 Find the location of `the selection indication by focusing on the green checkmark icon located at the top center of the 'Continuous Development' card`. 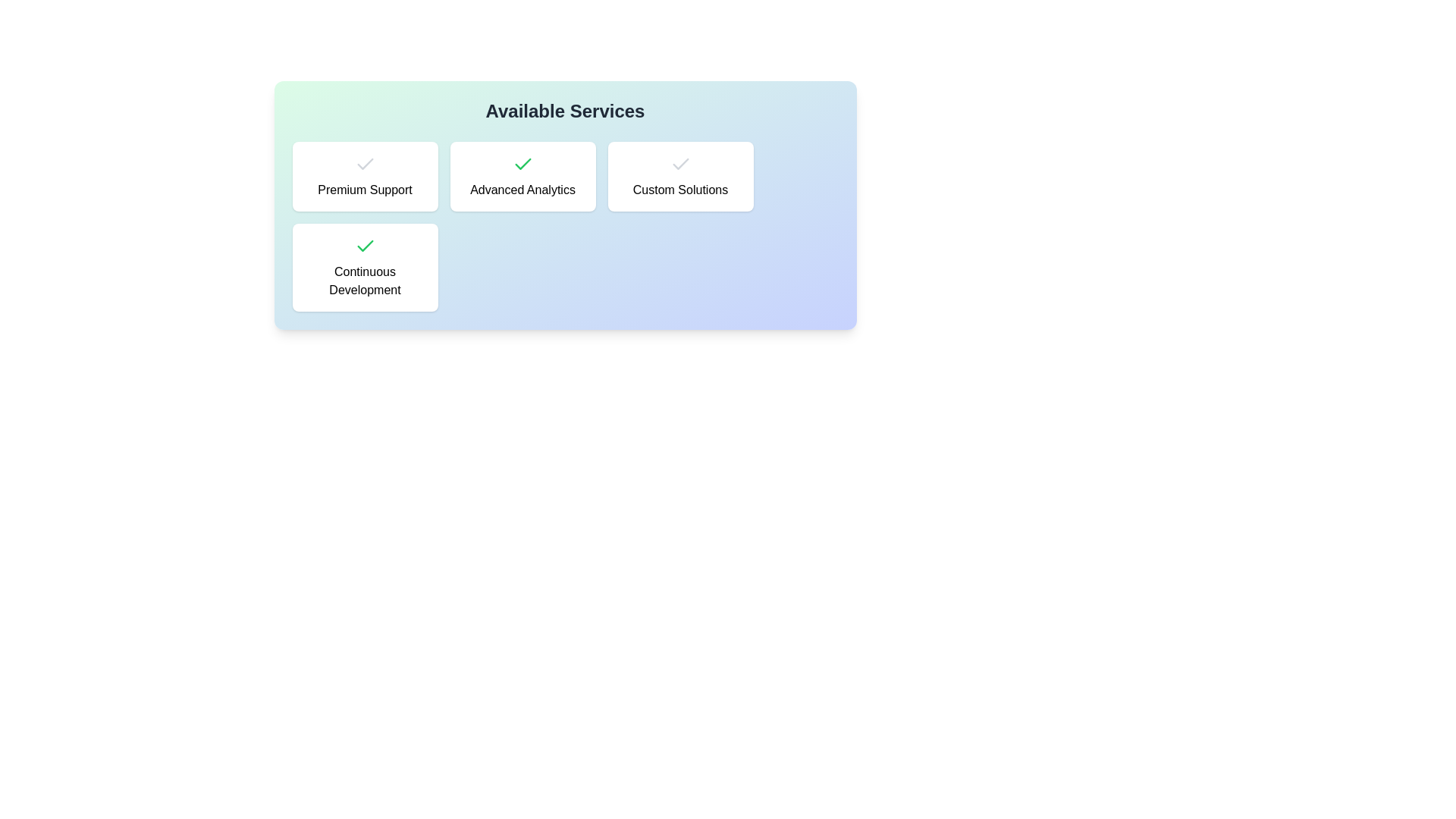

the selection indication by focusing on the green checkmark icon located at the top center of the 'Continuous Development' card is located at coordinates (365, 245).